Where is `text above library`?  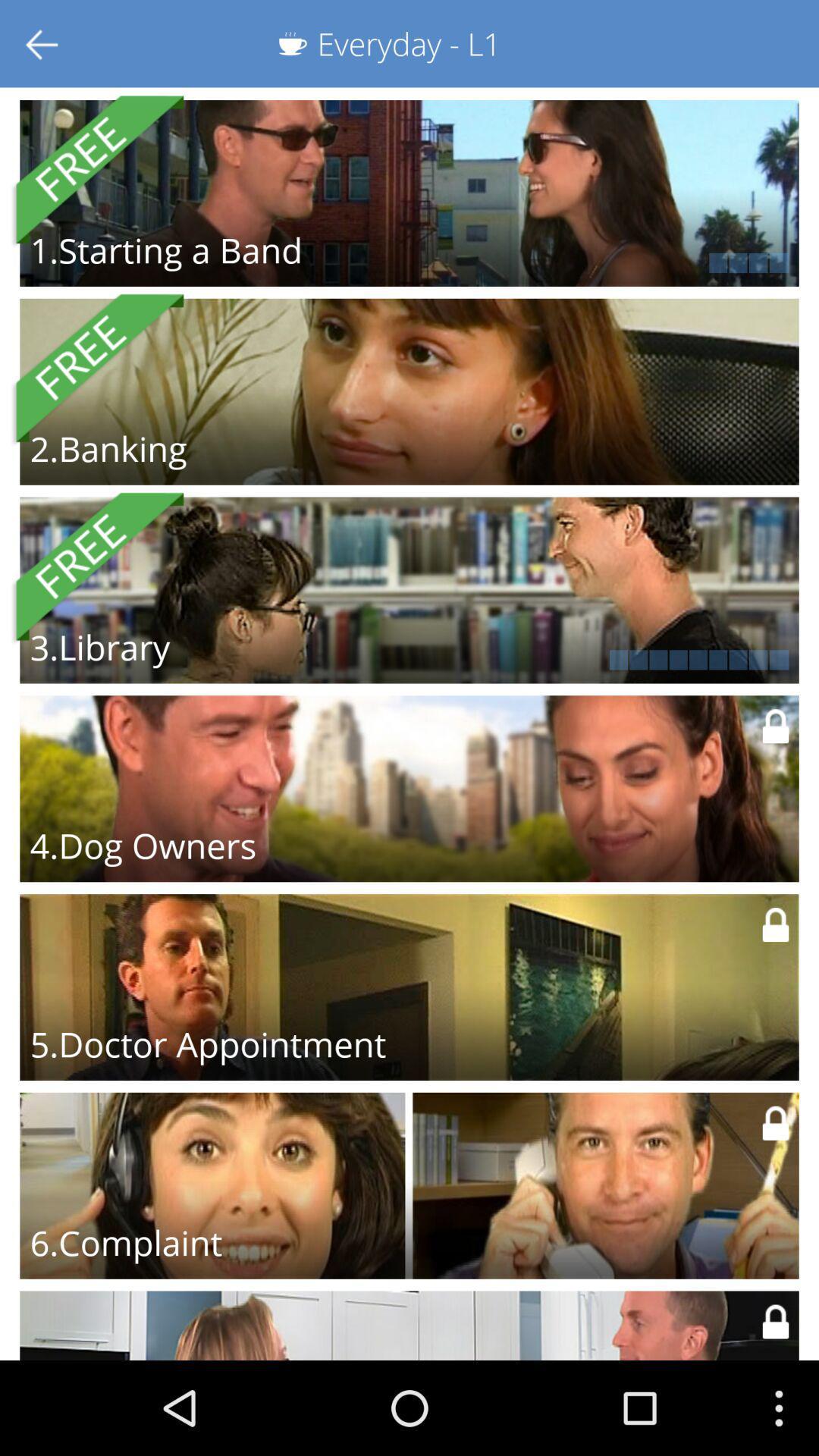 text above library is located at coordinates (96, 566).